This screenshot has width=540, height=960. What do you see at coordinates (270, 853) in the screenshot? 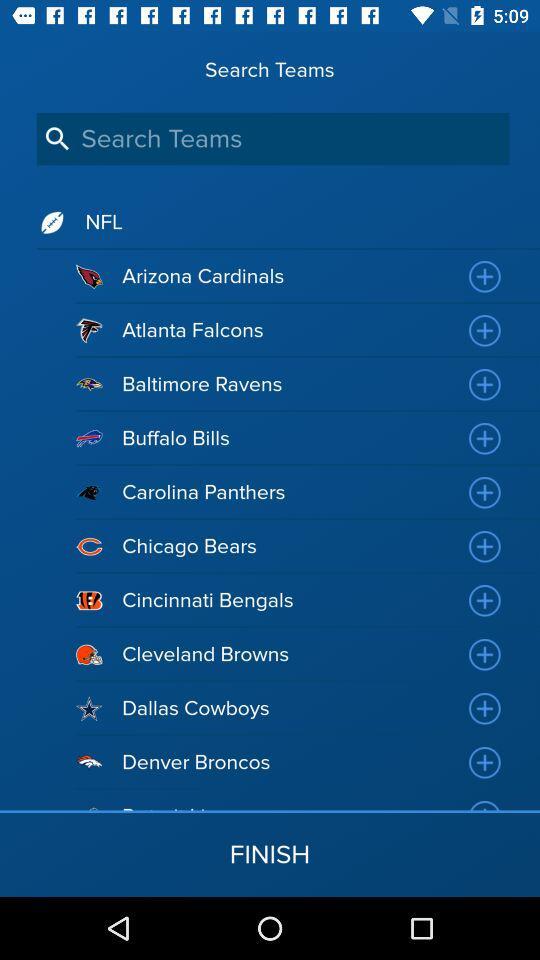
I see `finish item` at bounding box center [270, 853].